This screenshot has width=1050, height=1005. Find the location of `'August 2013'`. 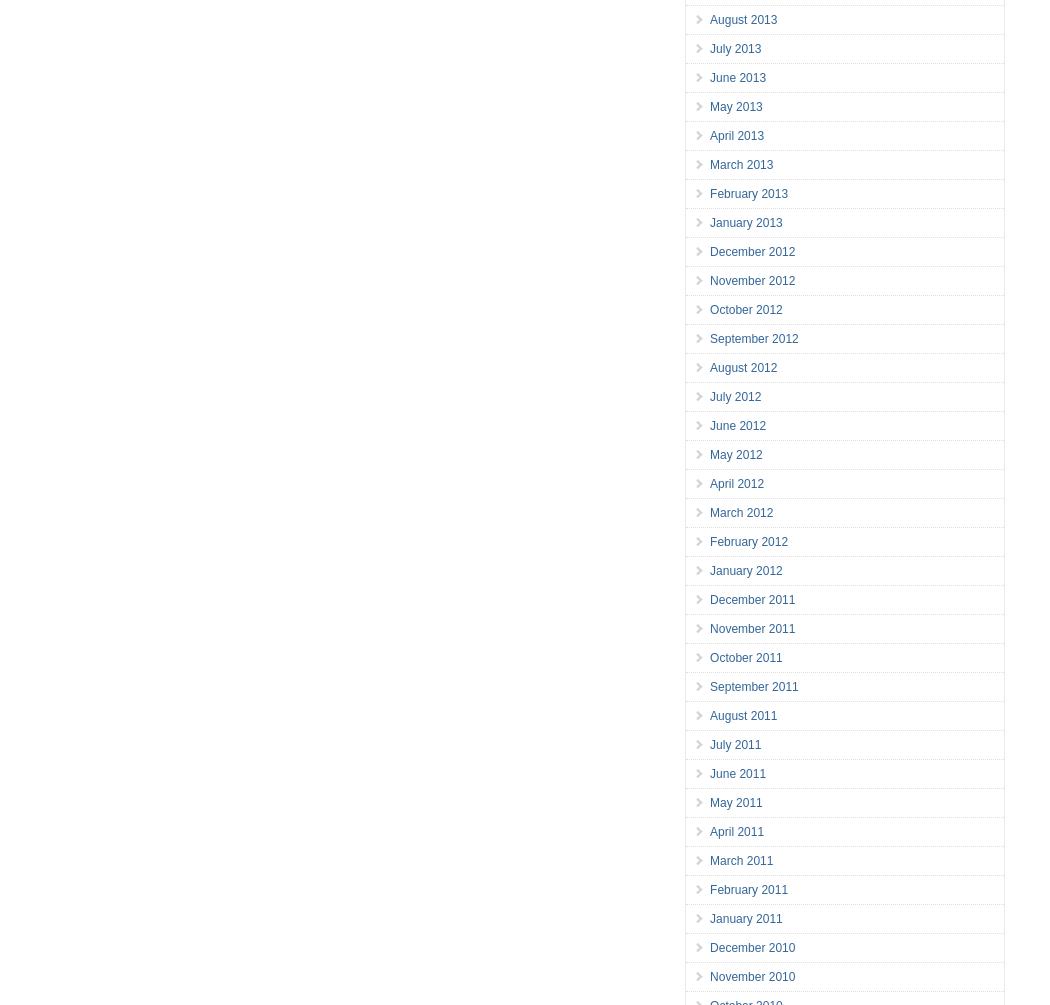

'August 2013' is located at coordinates (742, 19).